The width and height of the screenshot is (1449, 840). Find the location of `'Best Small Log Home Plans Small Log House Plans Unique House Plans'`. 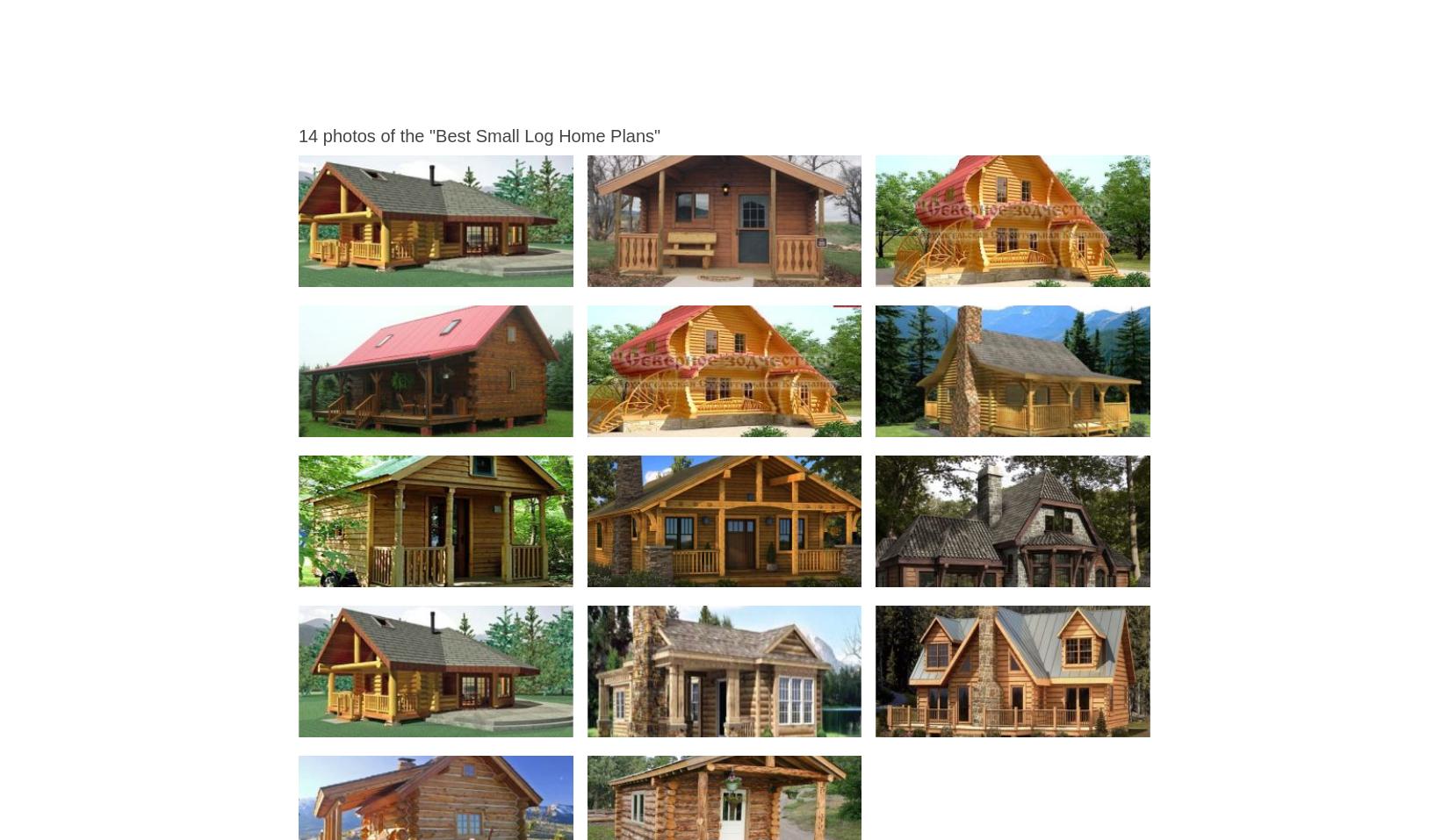

'Best Small Log Home Plans Small Log House Plans Unique House Plans' is located at coordinates (473, 421).